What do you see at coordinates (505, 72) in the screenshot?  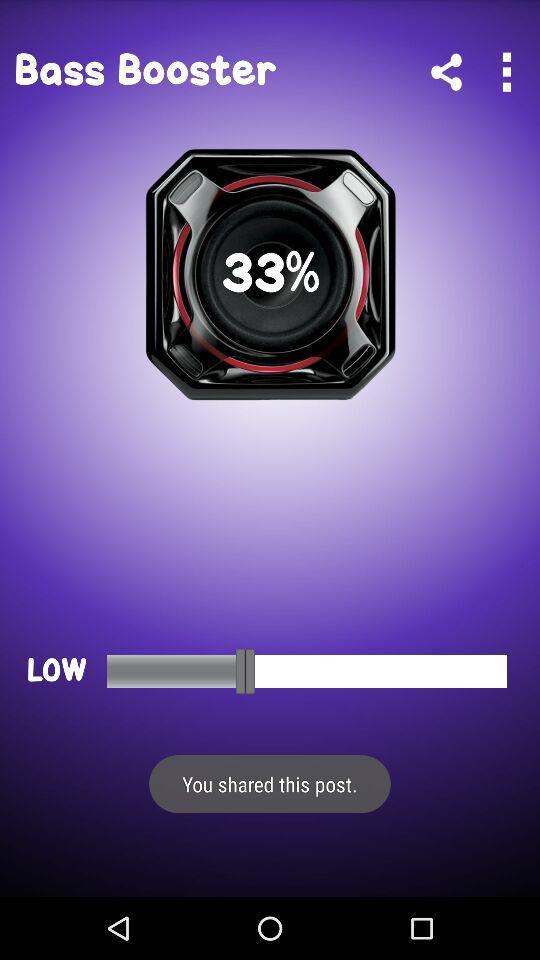 I see `settings` at bounding box center [505, 72].